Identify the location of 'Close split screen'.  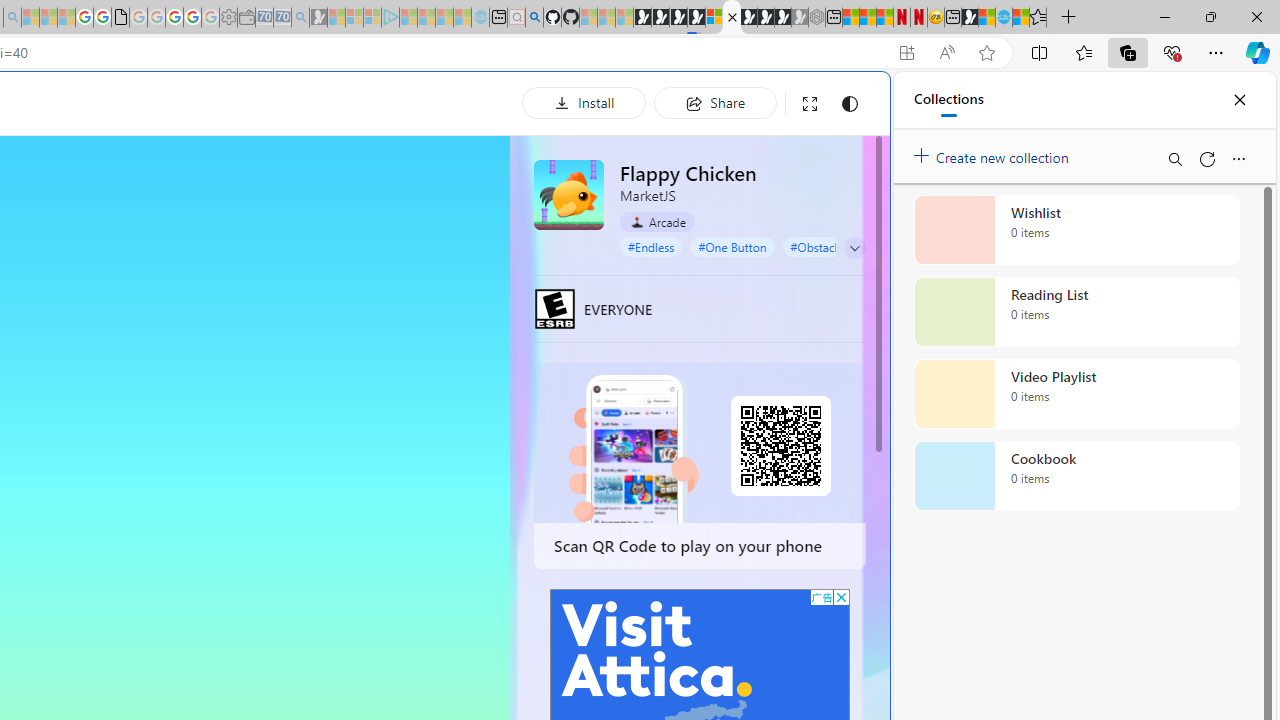
(844, 102).